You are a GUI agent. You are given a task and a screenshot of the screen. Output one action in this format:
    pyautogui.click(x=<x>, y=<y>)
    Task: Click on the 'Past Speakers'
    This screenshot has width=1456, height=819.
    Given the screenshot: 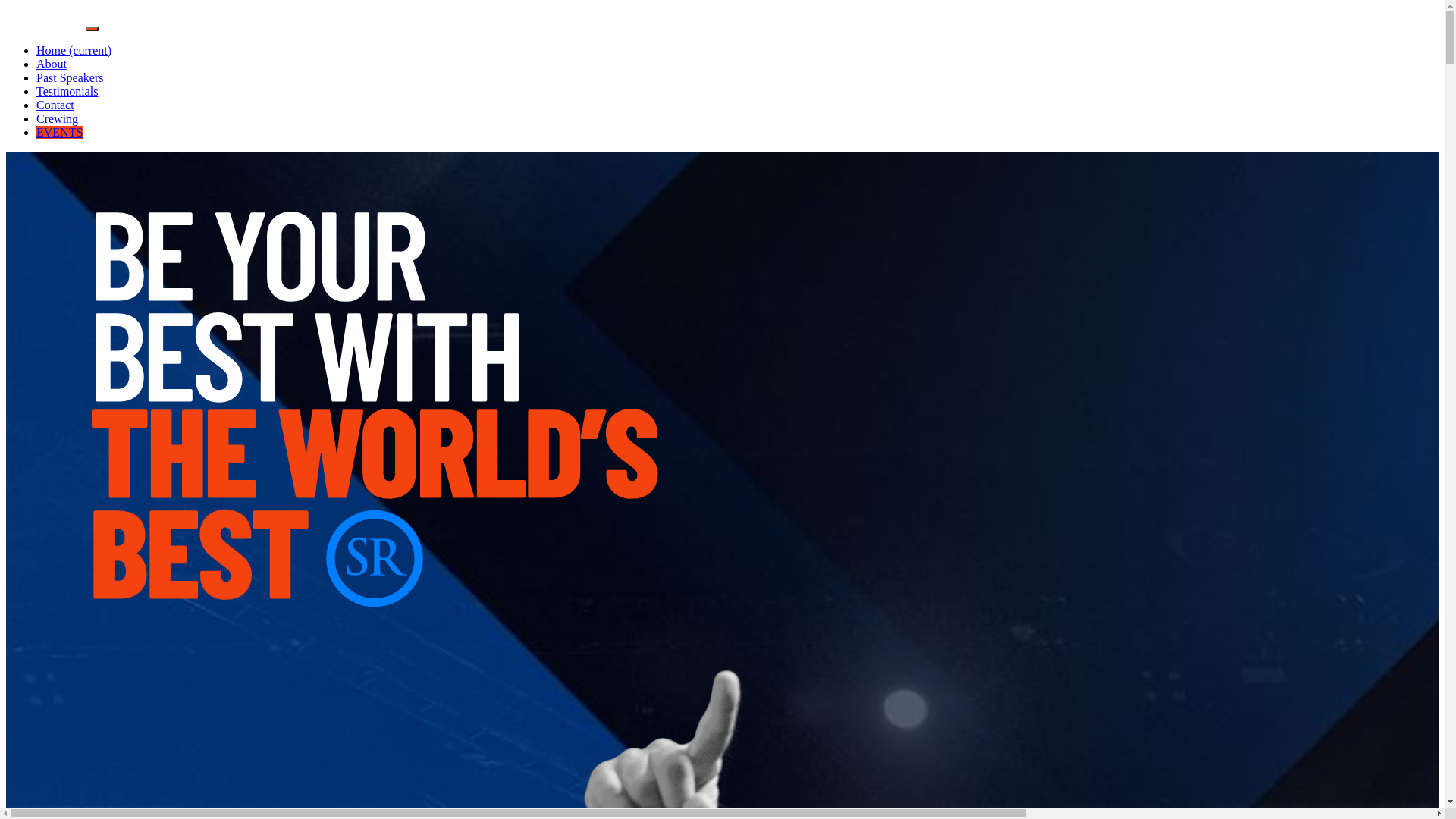 What is the action you would take?
    pyautogui.click(x=68, y=77)
    